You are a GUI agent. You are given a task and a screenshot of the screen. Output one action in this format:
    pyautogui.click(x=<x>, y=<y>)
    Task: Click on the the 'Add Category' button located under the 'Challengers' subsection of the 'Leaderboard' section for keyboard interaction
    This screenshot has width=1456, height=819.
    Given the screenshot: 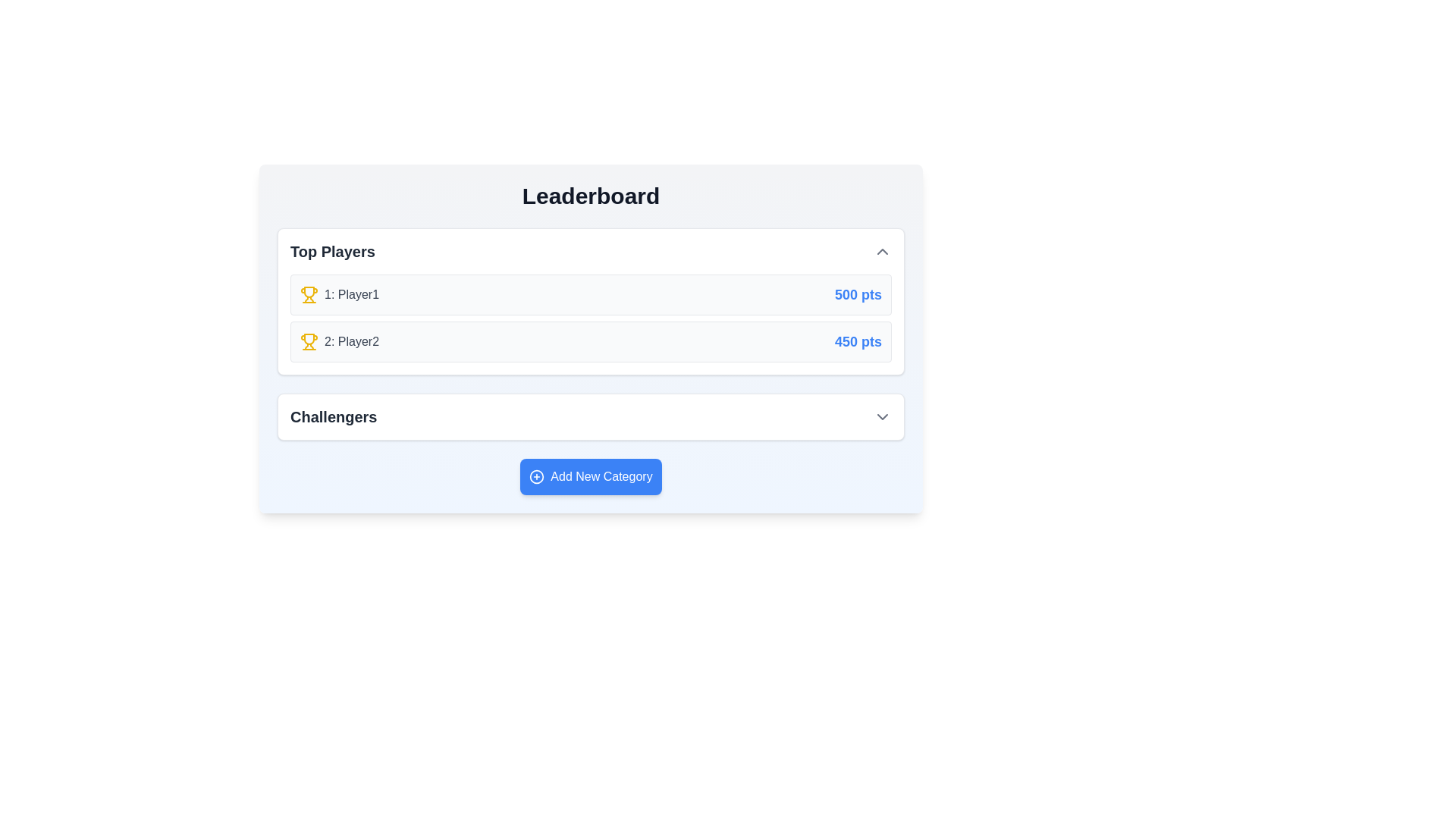 What is the action you would take?
    pyautogui.click(x=590, y=475)
    